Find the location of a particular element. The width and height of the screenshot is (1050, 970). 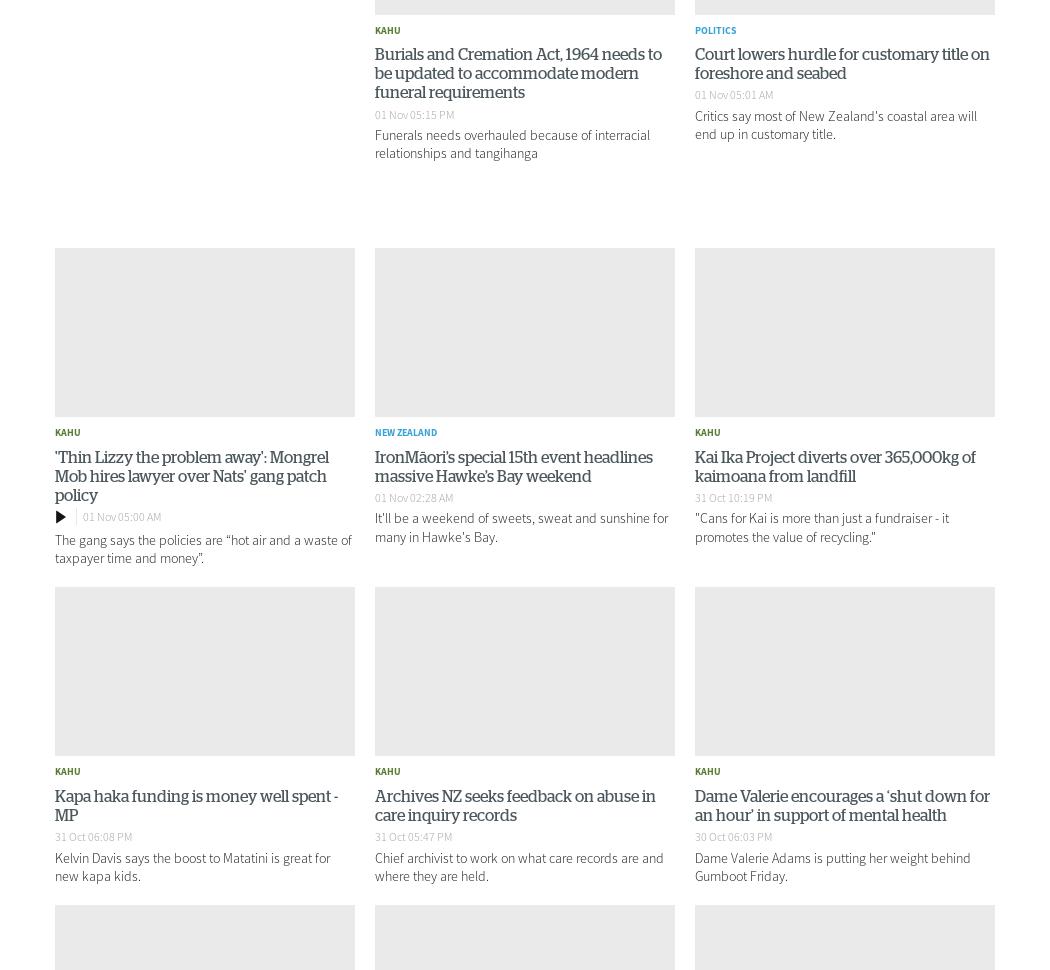

'01 Nov 05:00 AM' is located at coordinates (121, 516).